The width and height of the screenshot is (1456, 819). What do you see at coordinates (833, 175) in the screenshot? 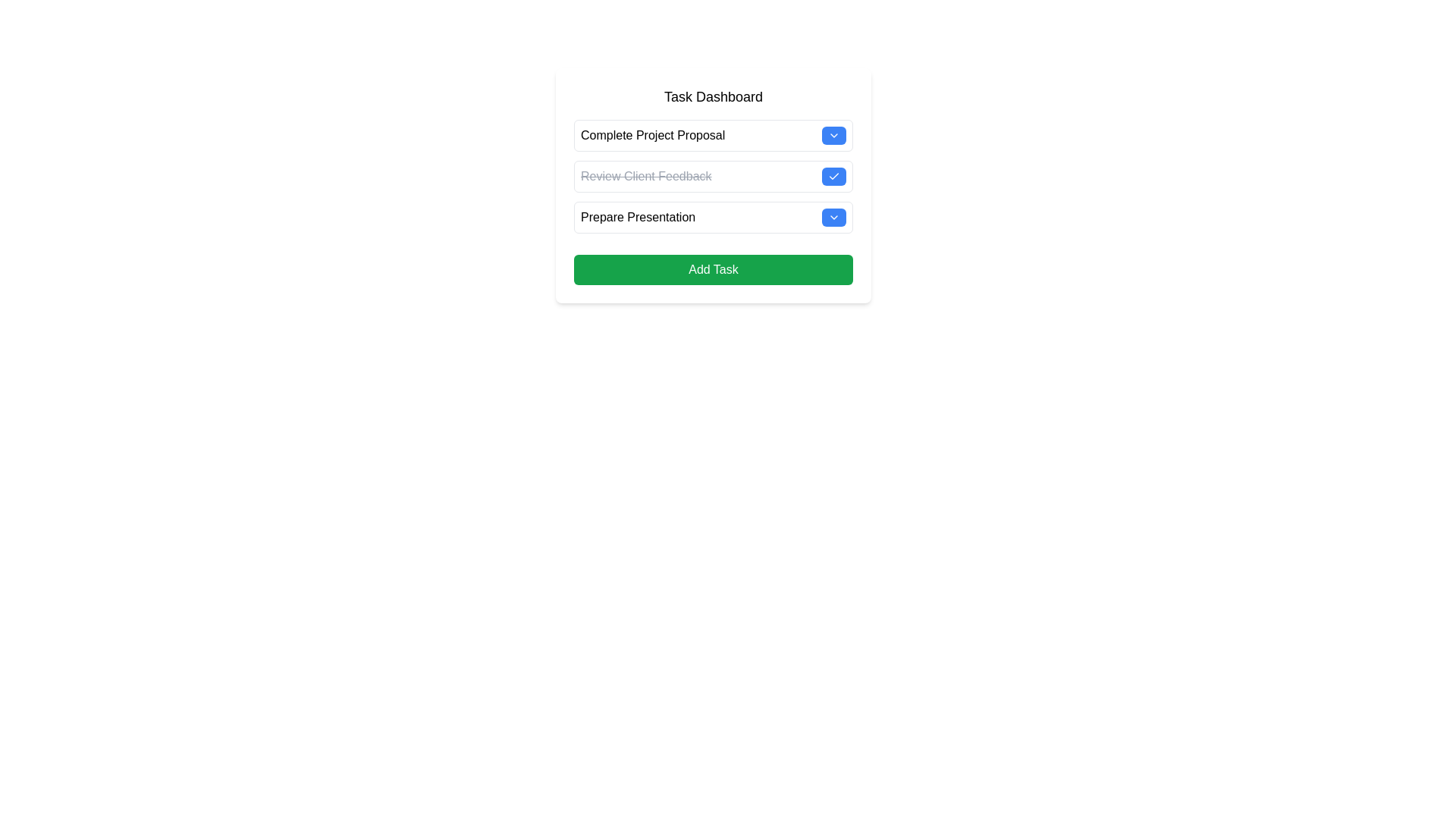
I see `the completion indicator button for the 'Review Client Feedback' task to mark it as complete` at bounding box center [833, 175].